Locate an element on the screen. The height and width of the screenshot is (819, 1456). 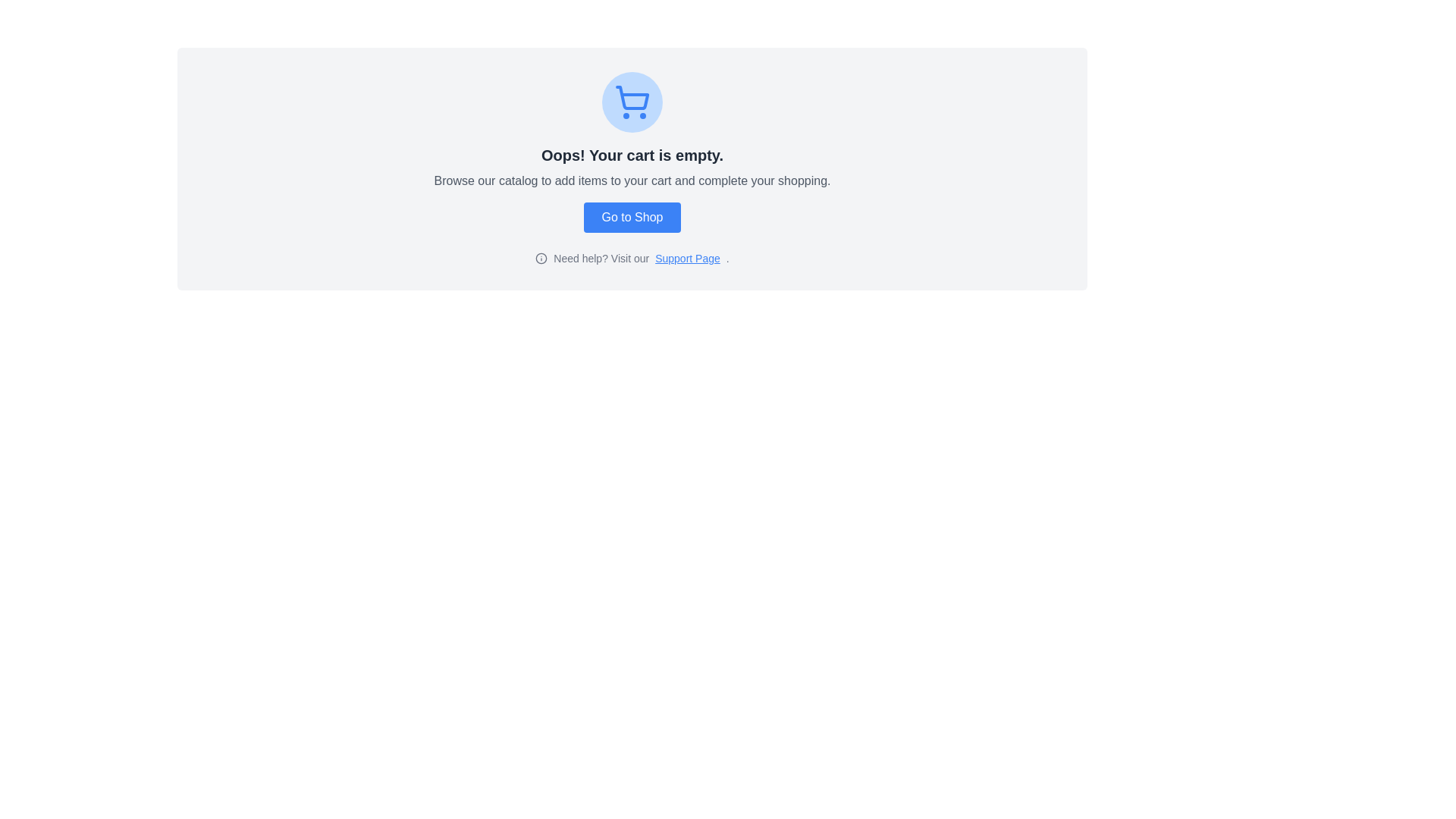
message displayed in the Text Label indicating that the shopping cart is empty, which is centrally positioned below the shopping cart icon is located at coordinates (632, 155).